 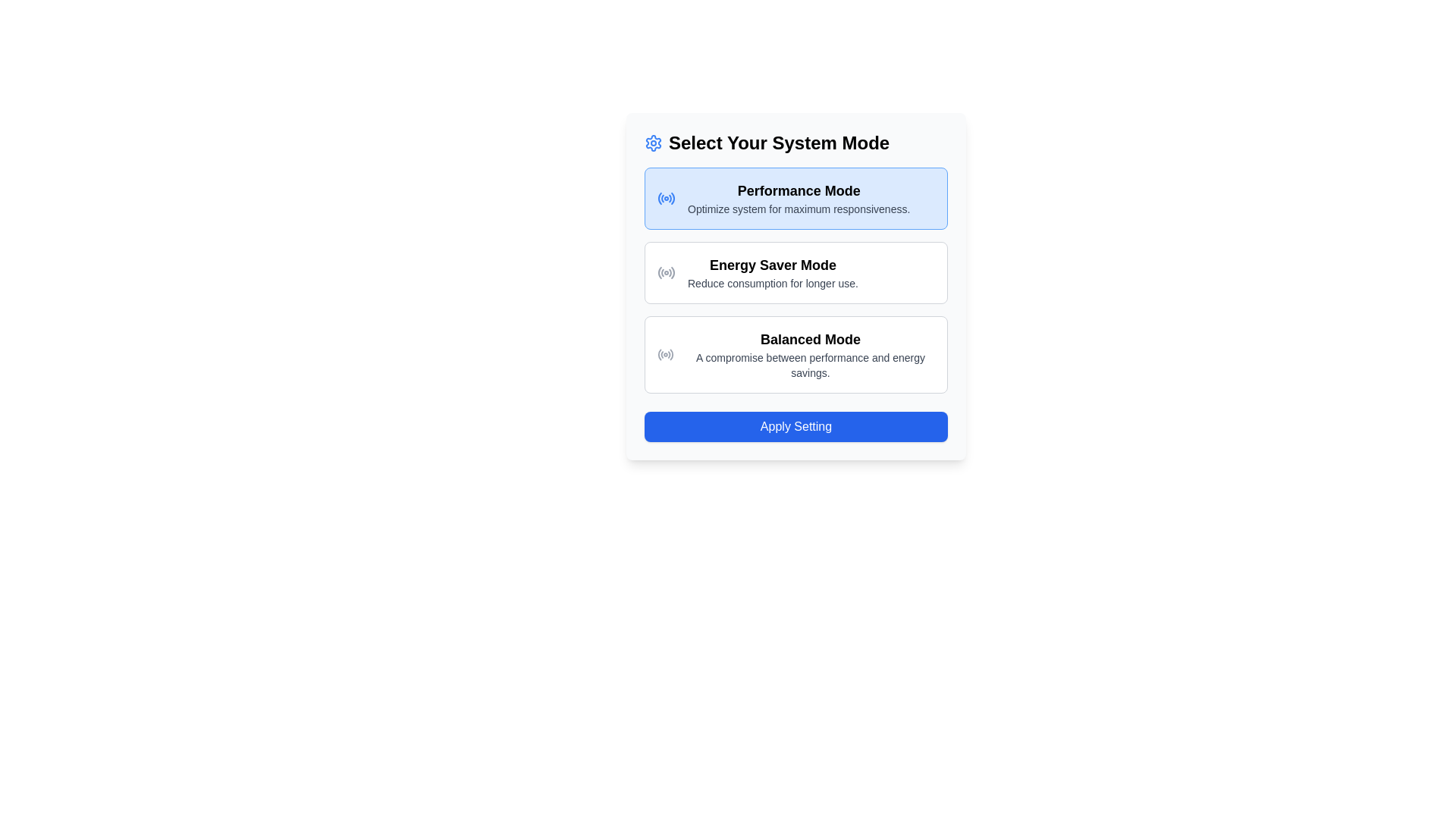 What do you see at coordinates (798, 190) in the screenshot?
I see `the Text Label that describes the mode available for selection, which is located at the top of the first card above the supporting text 'Optimize system for maximum responsiveness.'` at bounding box center [798, 190].